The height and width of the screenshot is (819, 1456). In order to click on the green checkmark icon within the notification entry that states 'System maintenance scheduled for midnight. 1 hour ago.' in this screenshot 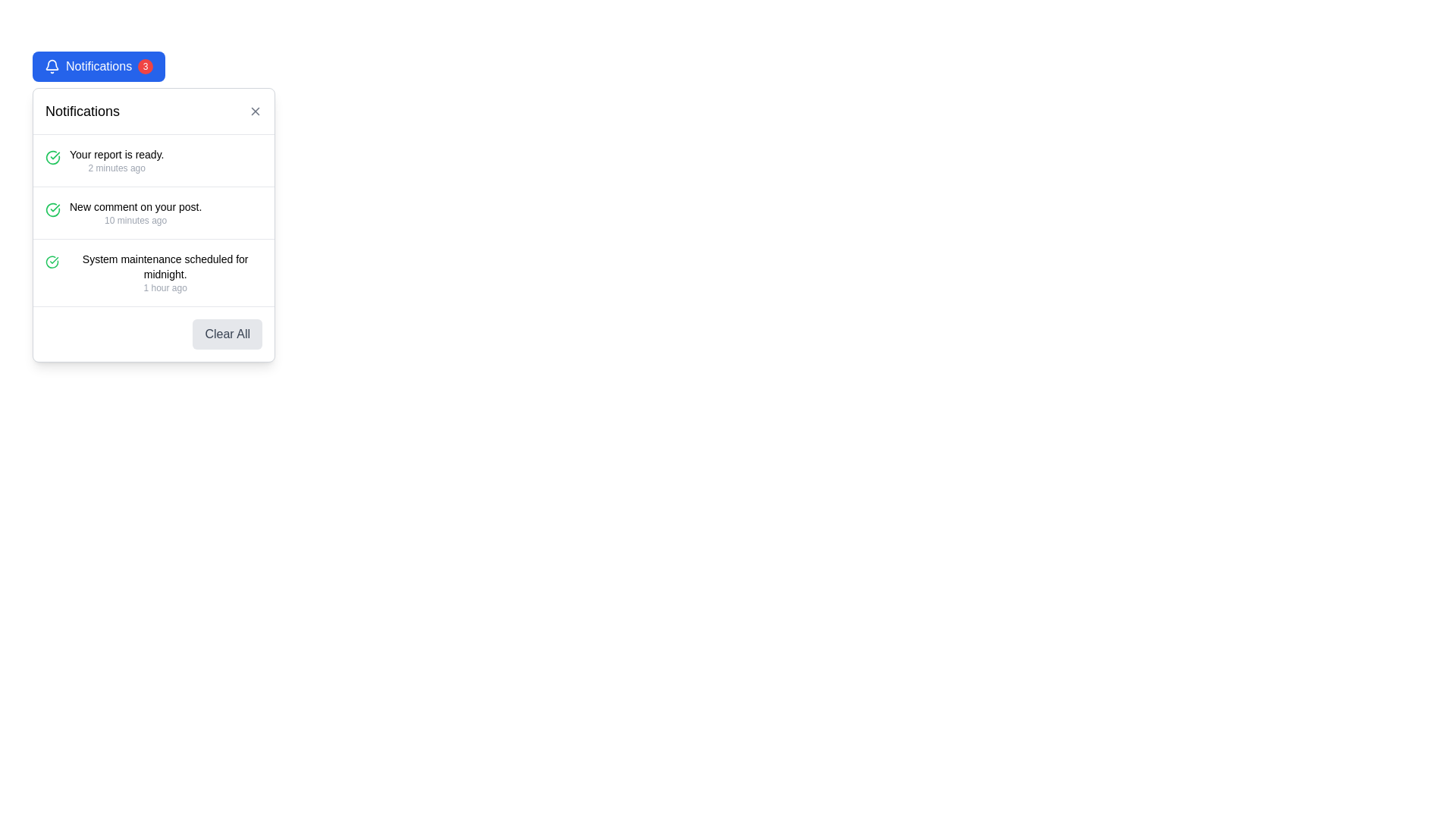, I will do `click(52, 262)`.